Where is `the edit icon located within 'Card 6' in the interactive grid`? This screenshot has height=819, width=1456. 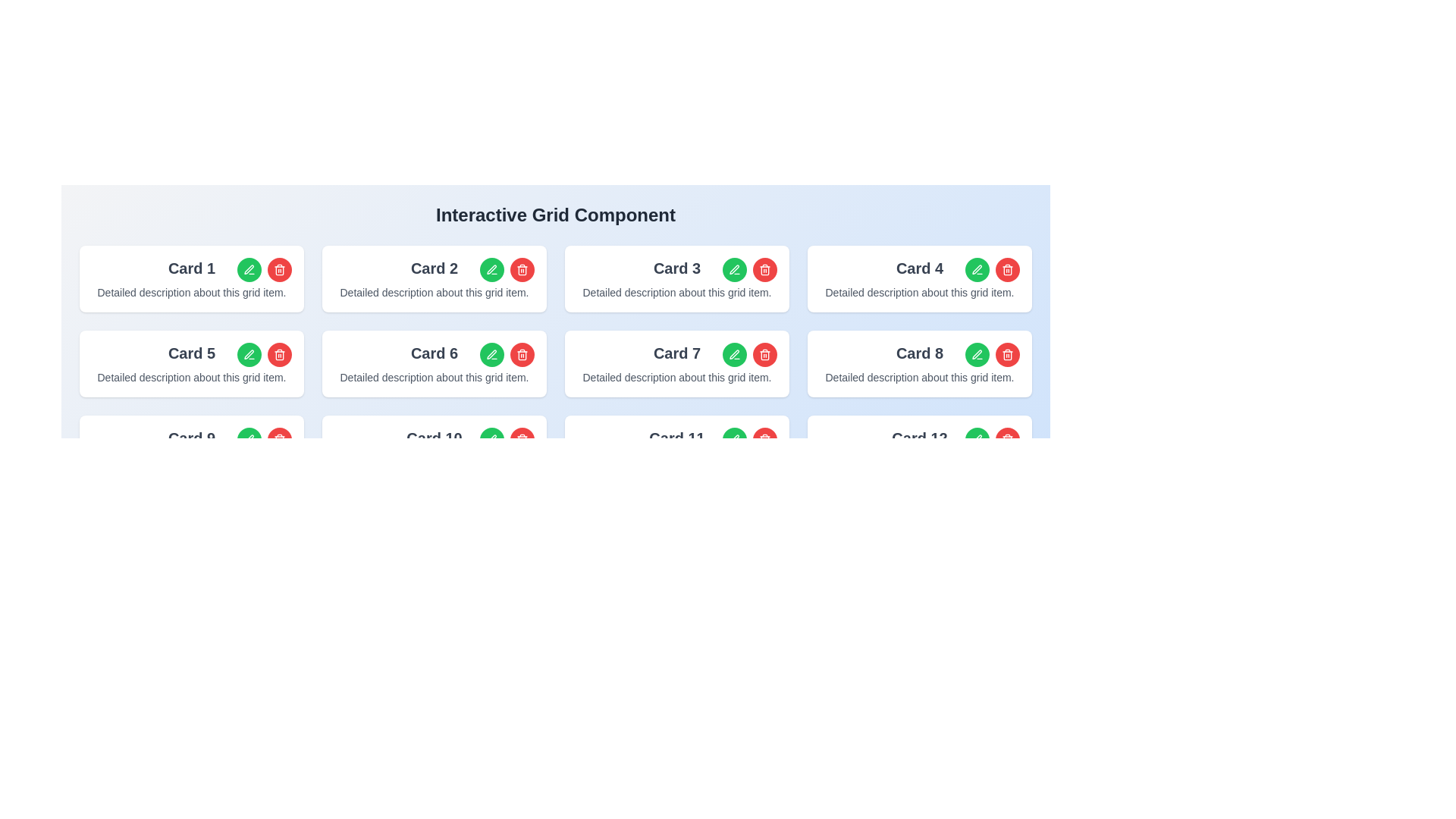 the edit icon located within 'Card 6' in the interactive grid is located at coordinates (491, 354).